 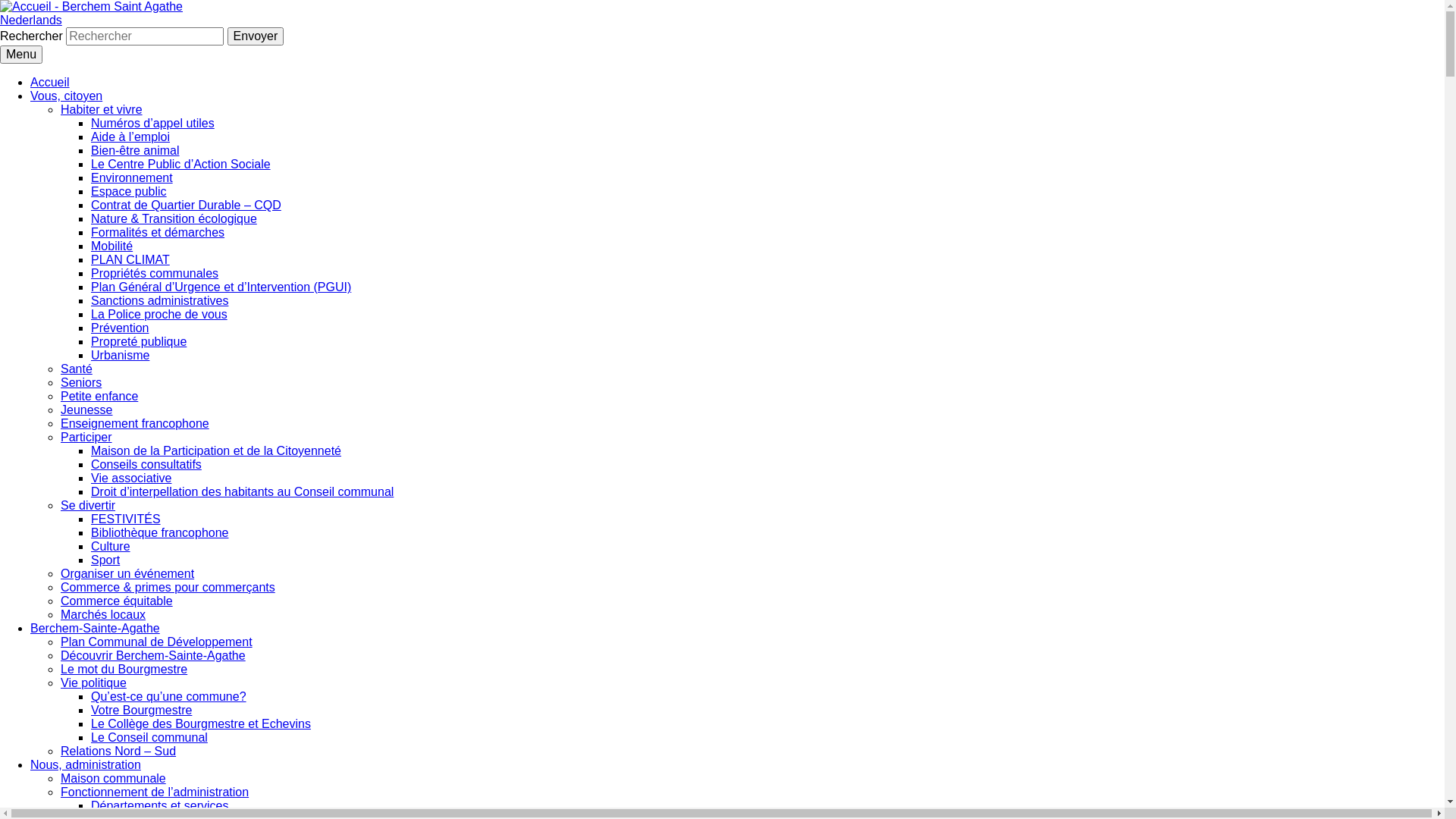 I want to click on 'Envoyer', so click(x=256, y=35).